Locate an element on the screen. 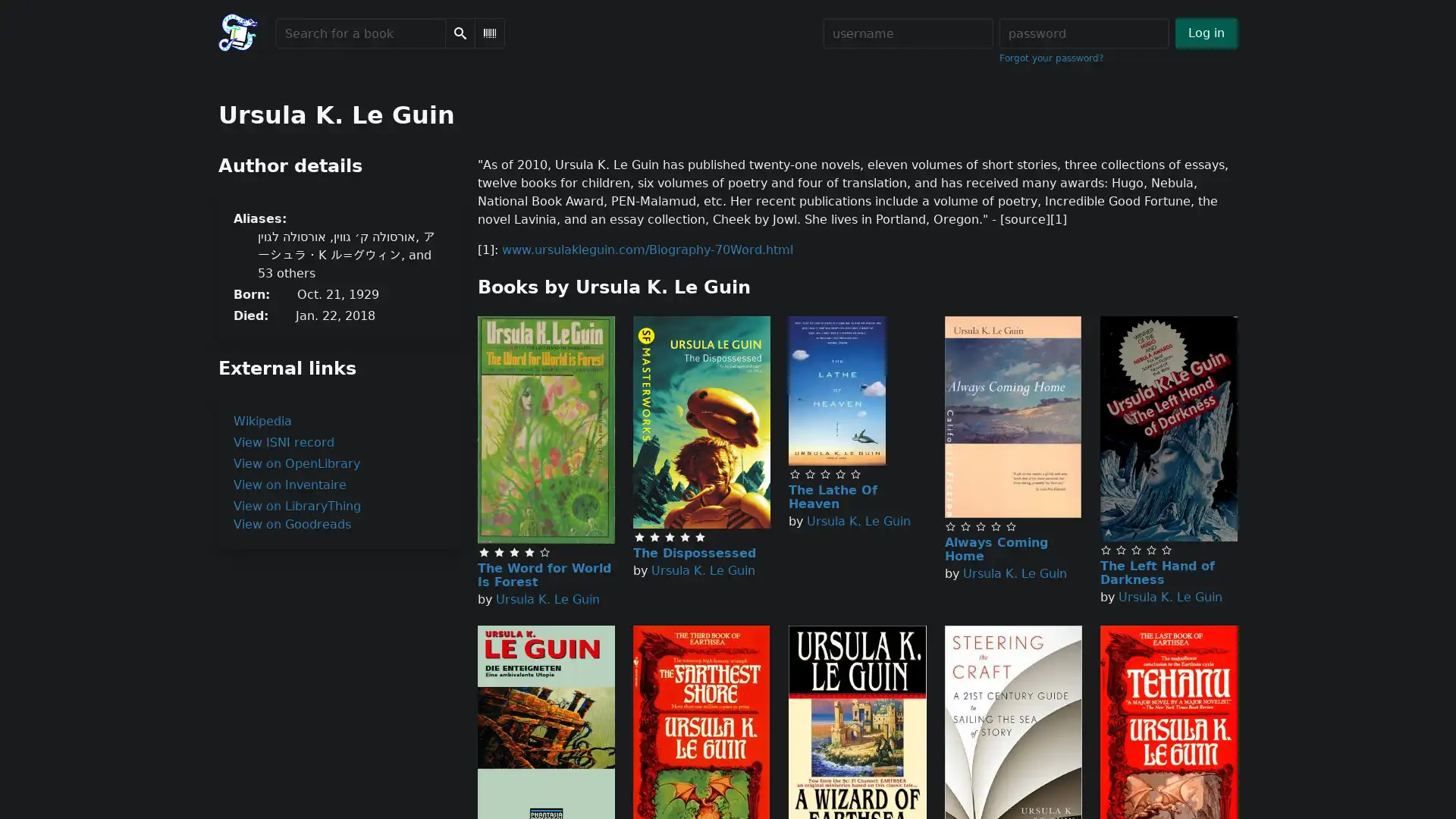 Image resolution: width=1456 pixels, height=819 pixels. Search is located at coordinates (459, 33).